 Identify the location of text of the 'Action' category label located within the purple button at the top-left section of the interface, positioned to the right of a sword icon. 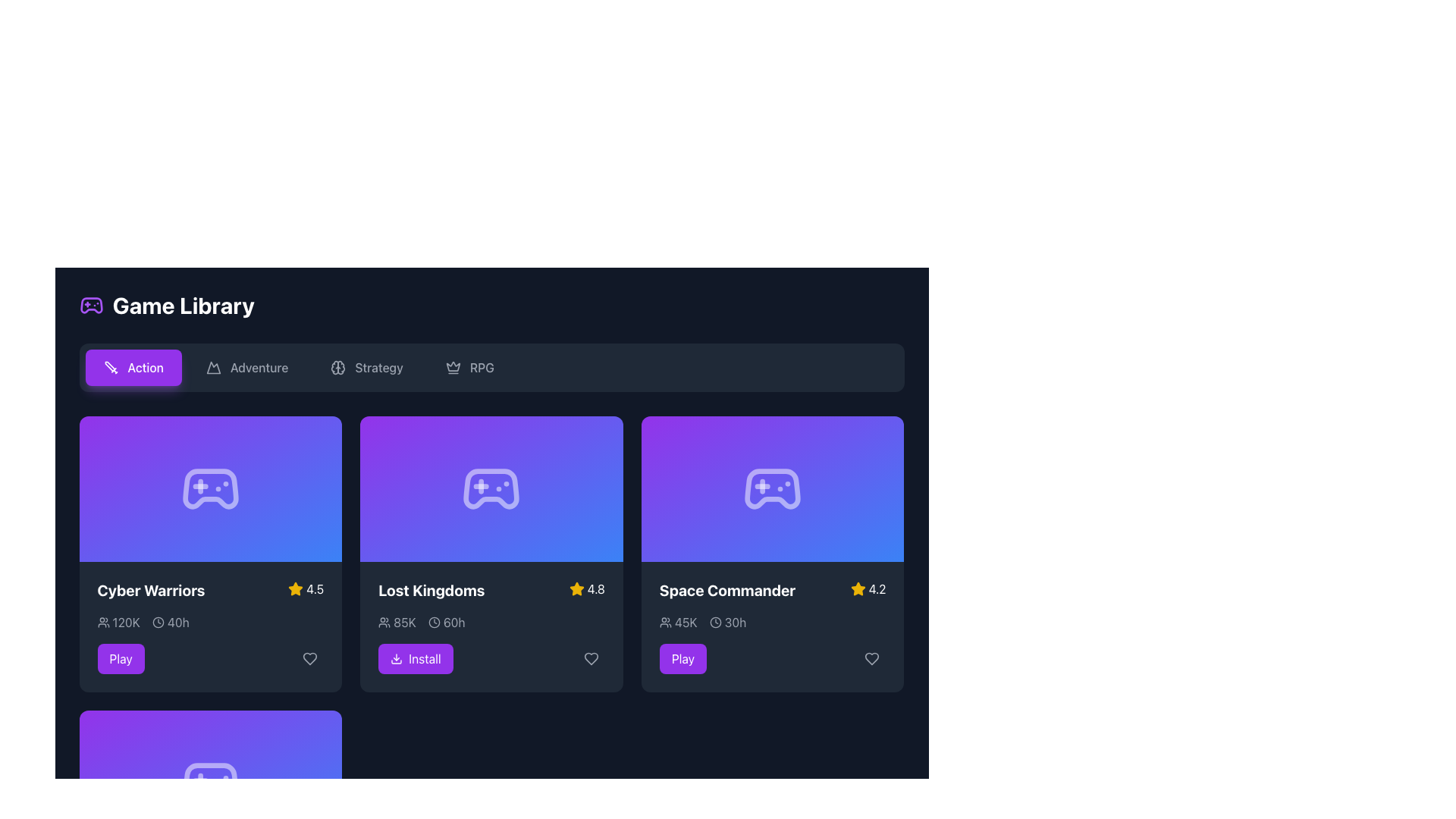
(146, 368).